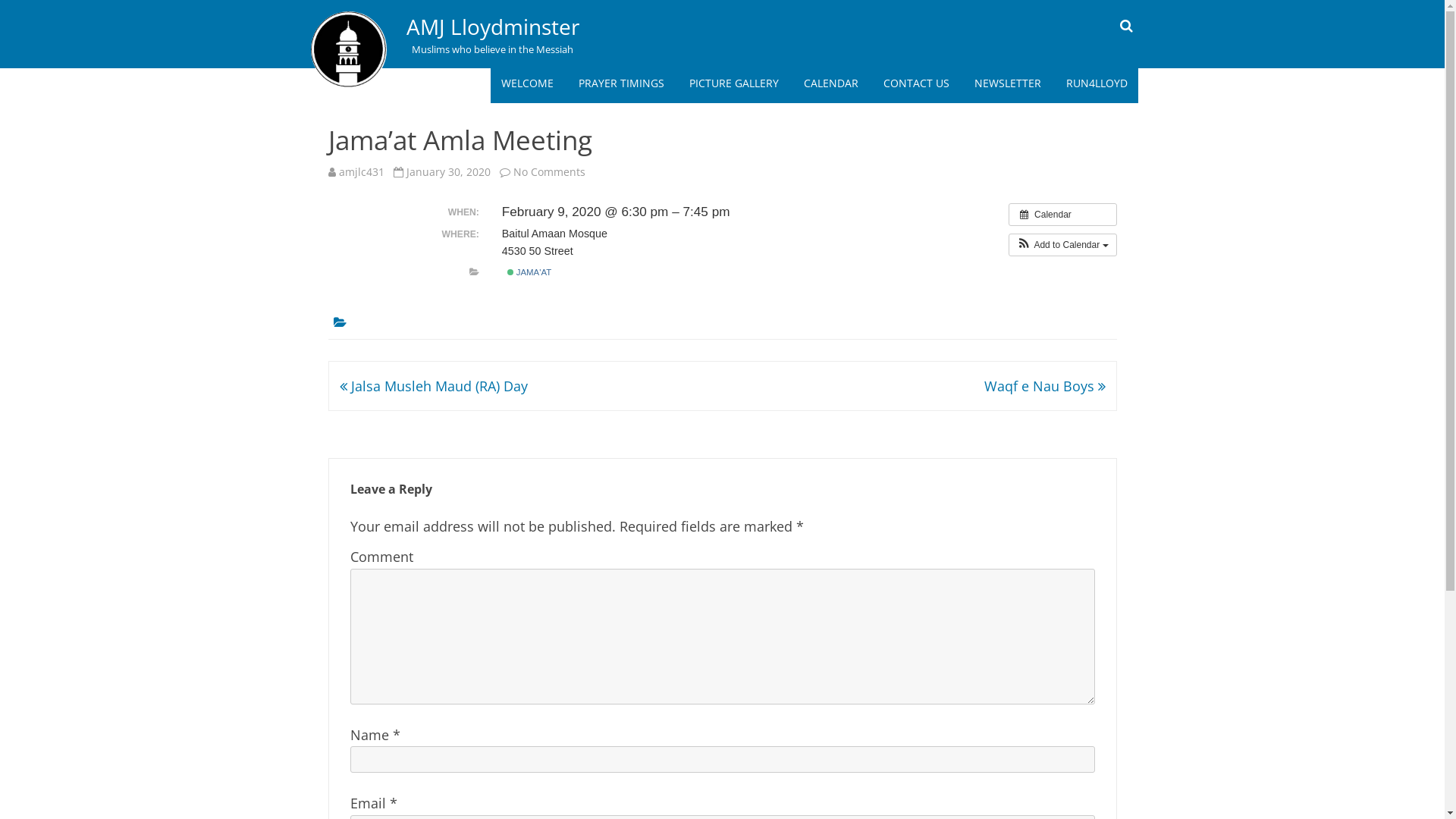 This screenshot has height=819, width=1456. I want to click on 'CONTACT US', so click(915, 83).